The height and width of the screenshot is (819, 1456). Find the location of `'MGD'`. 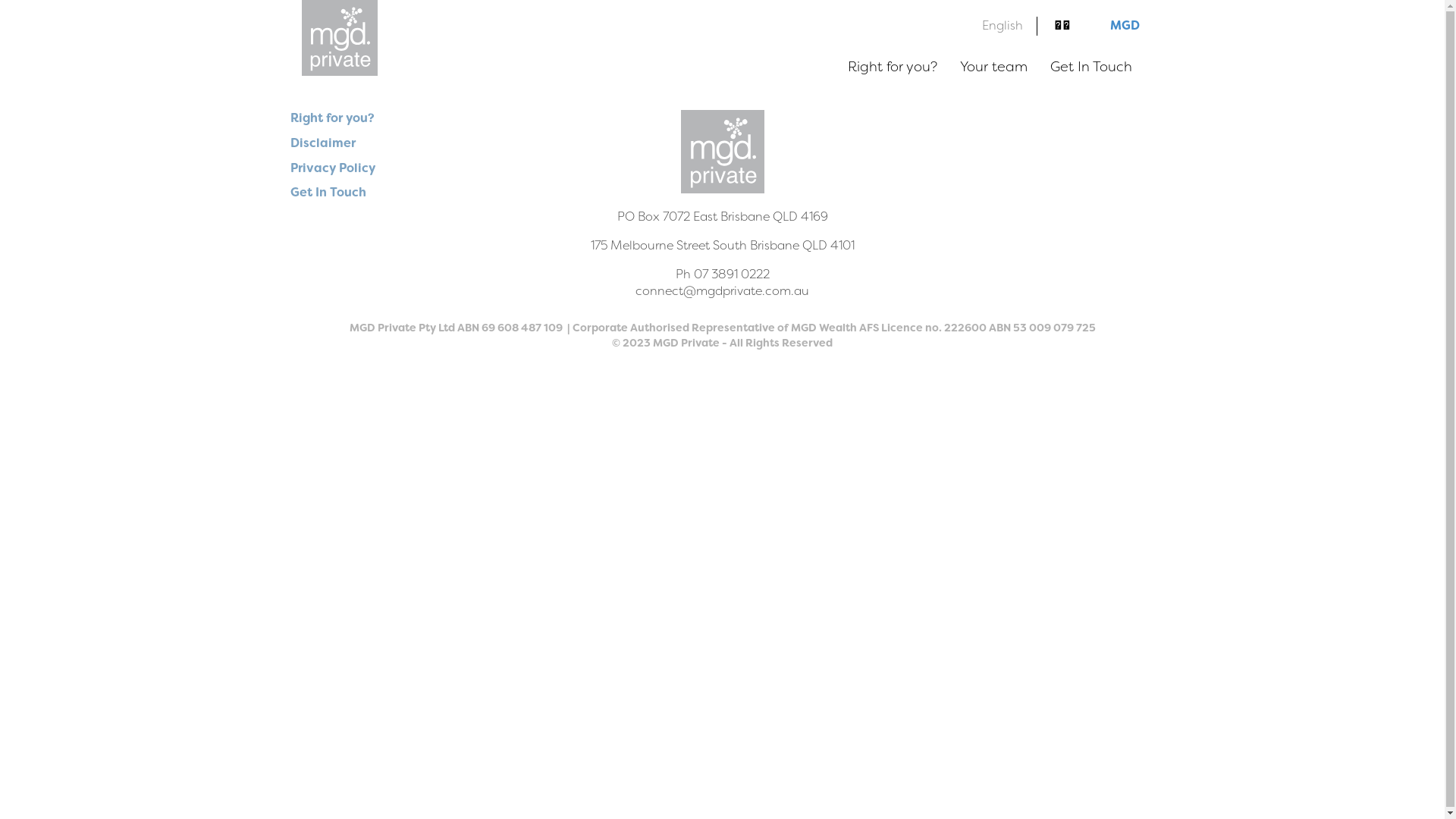

'MGD' is located at coordinates (1125, 26).